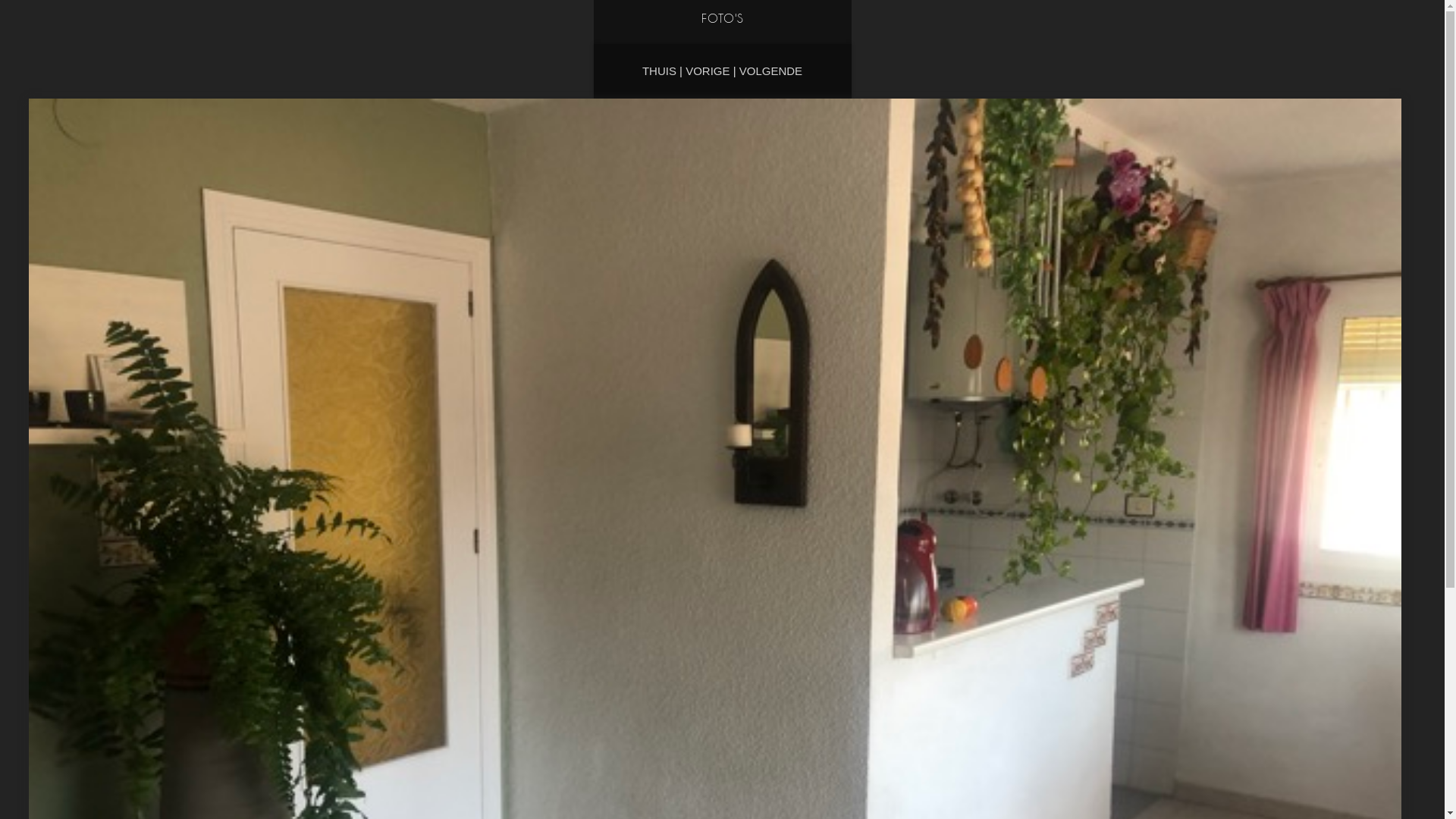 The height and width of the screenshot is (819, 1456). What do you see at coordinates (659, 71) in the screenshot?
I see `'THUIS'` at bounding box center [659, 71].